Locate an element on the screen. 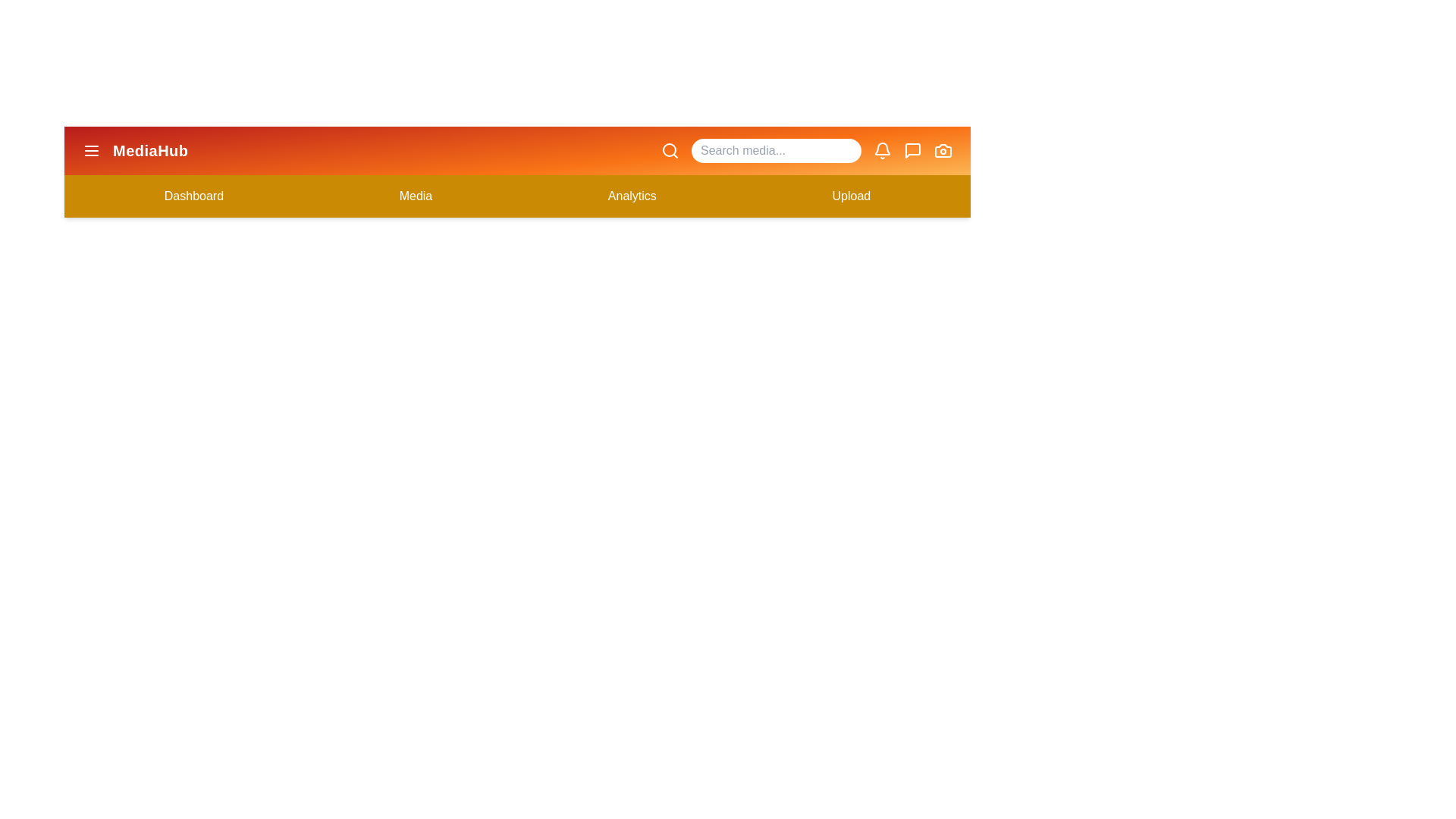 The height and width of the screenshot is (819, 1456). the 'Dashboard' text in the navigation bar is located at coordinates (193, 195).